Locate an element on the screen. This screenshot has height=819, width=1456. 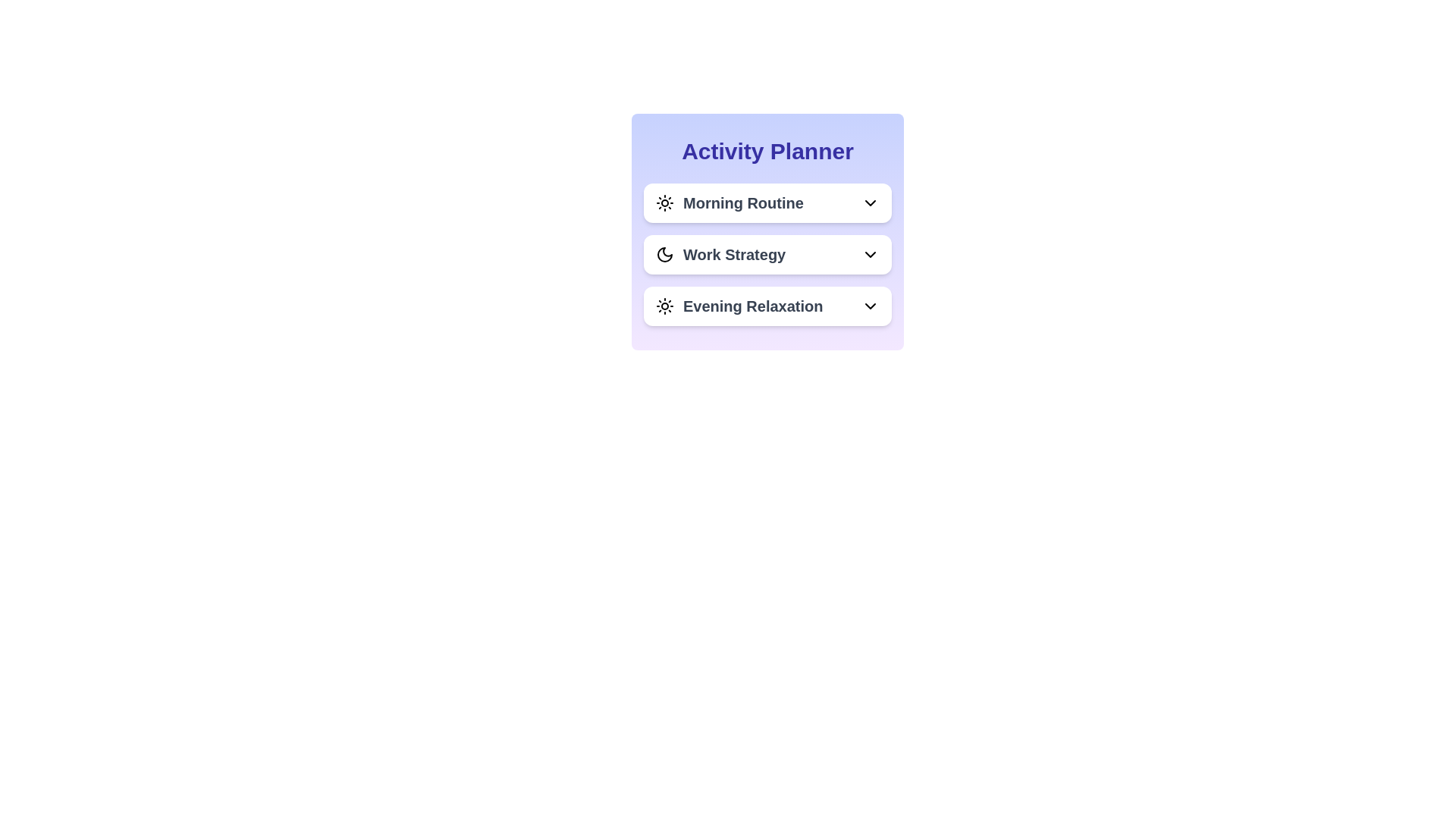
the activity icon for Morning Routine is located at coordinates (665, 202).